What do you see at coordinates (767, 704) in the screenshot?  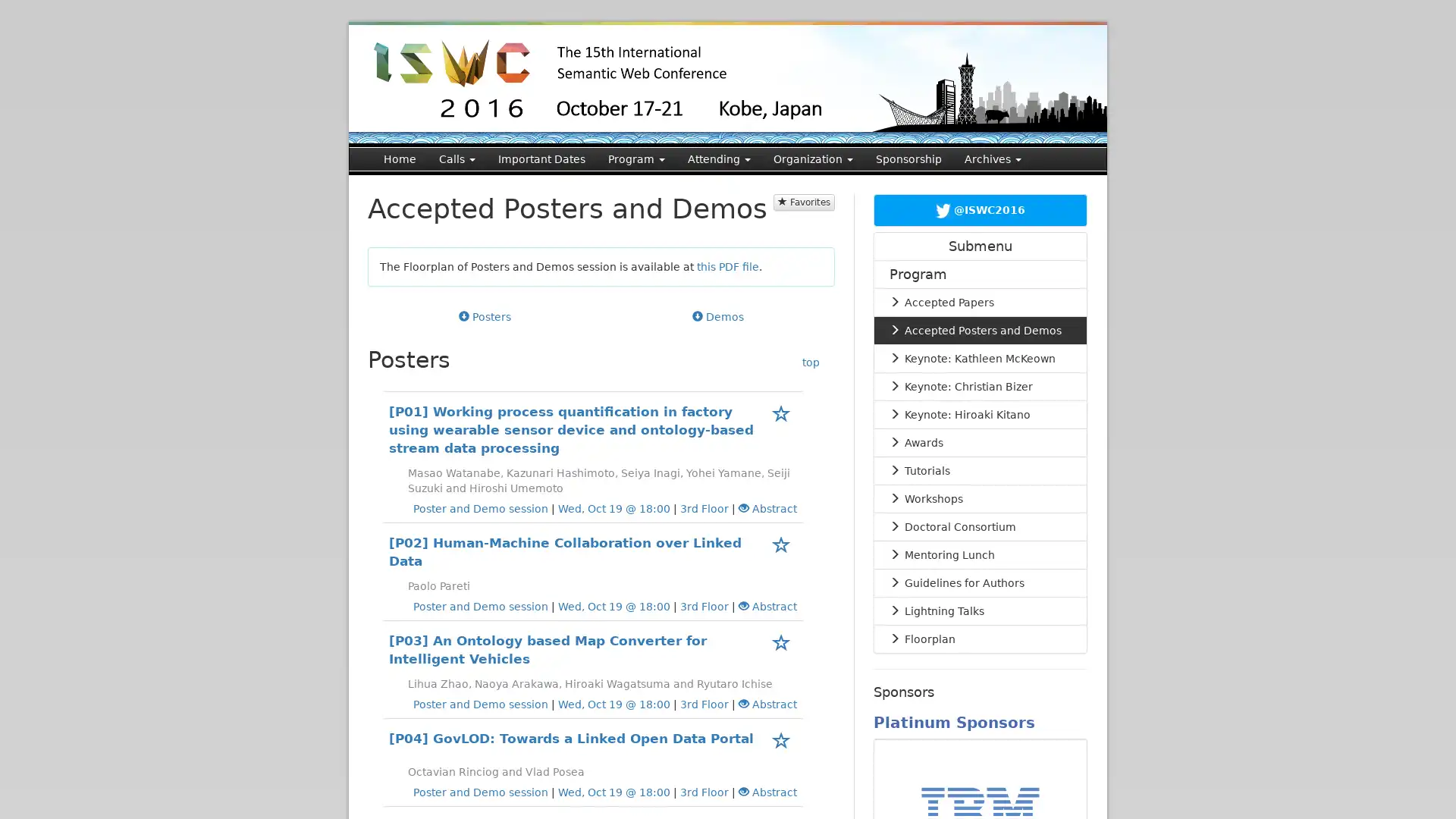 I see `Abstract` at bounding box center [767, 704].